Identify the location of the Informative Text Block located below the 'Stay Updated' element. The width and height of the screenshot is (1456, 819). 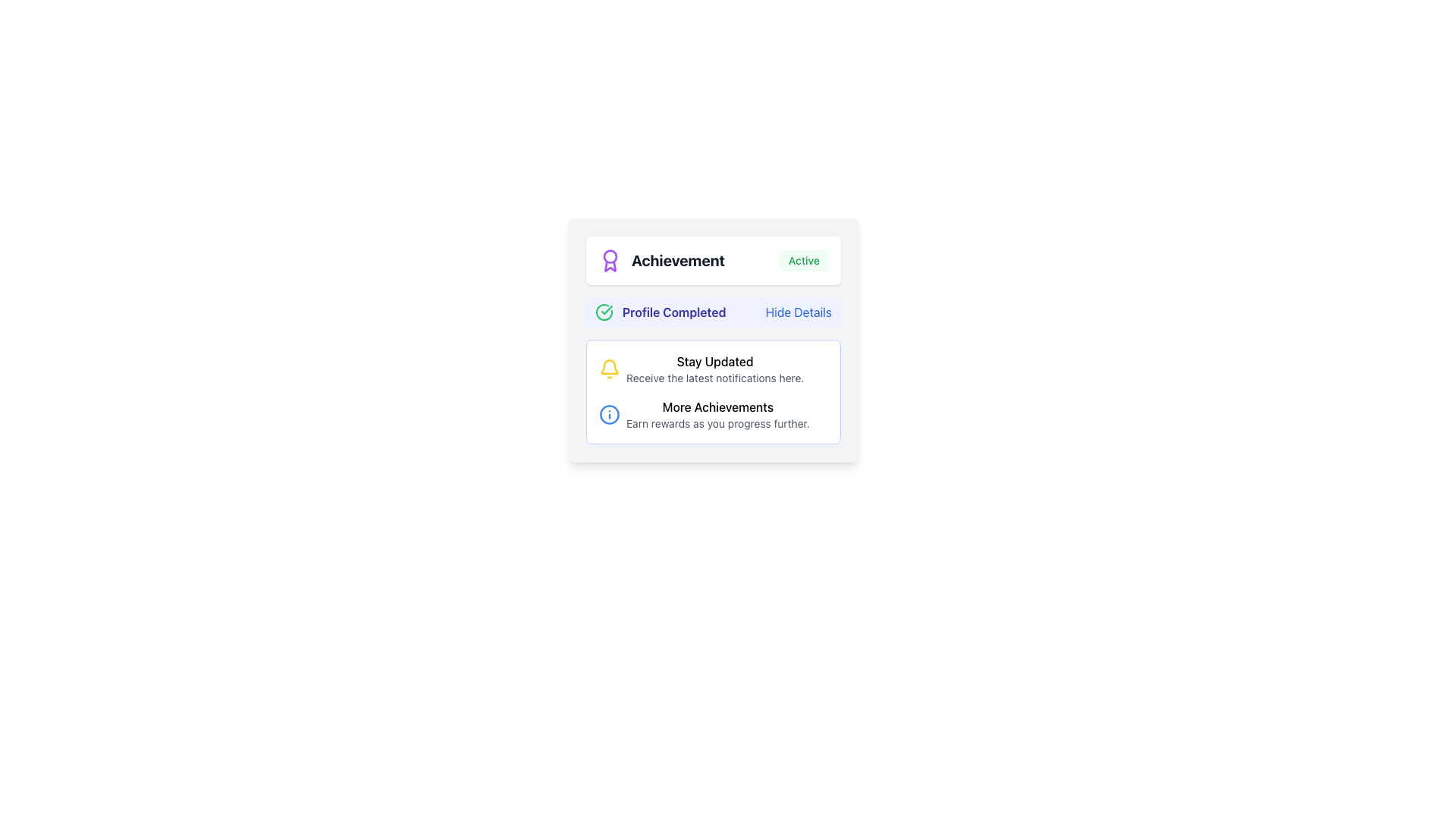
(712, 415).